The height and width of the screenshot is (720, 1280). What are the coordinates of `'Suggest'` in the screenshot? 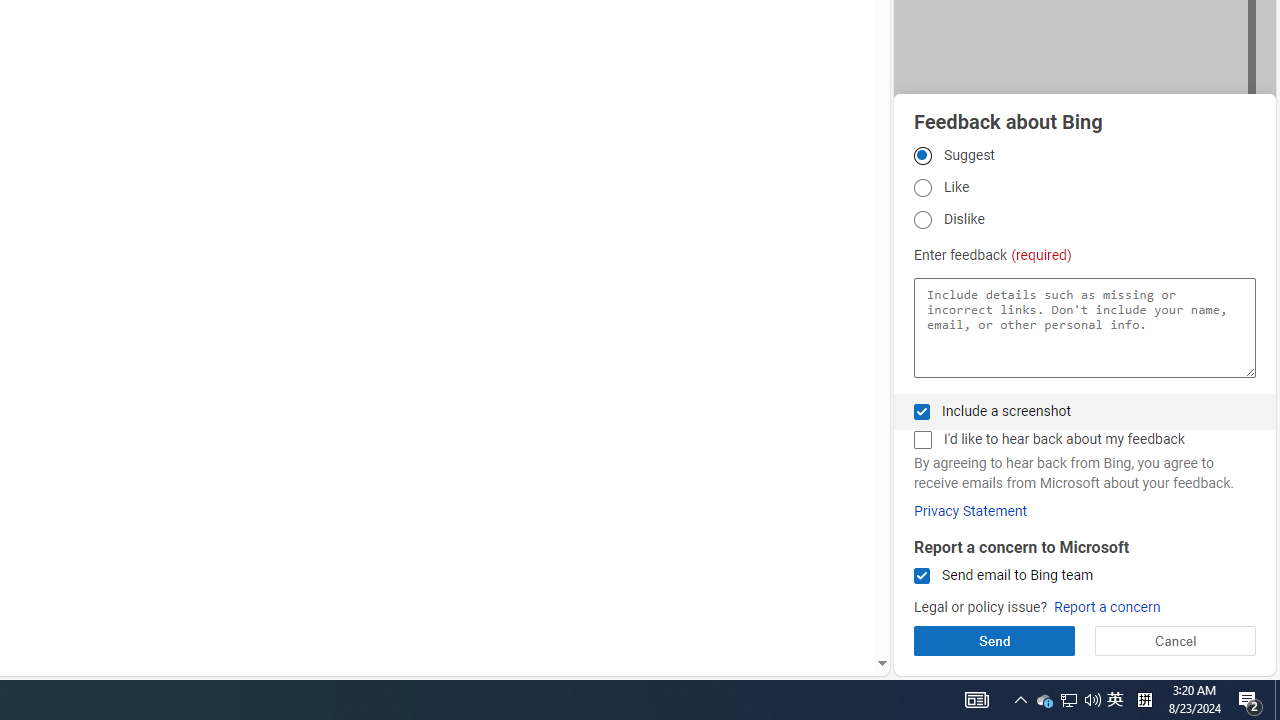 It's located at (921, 154).